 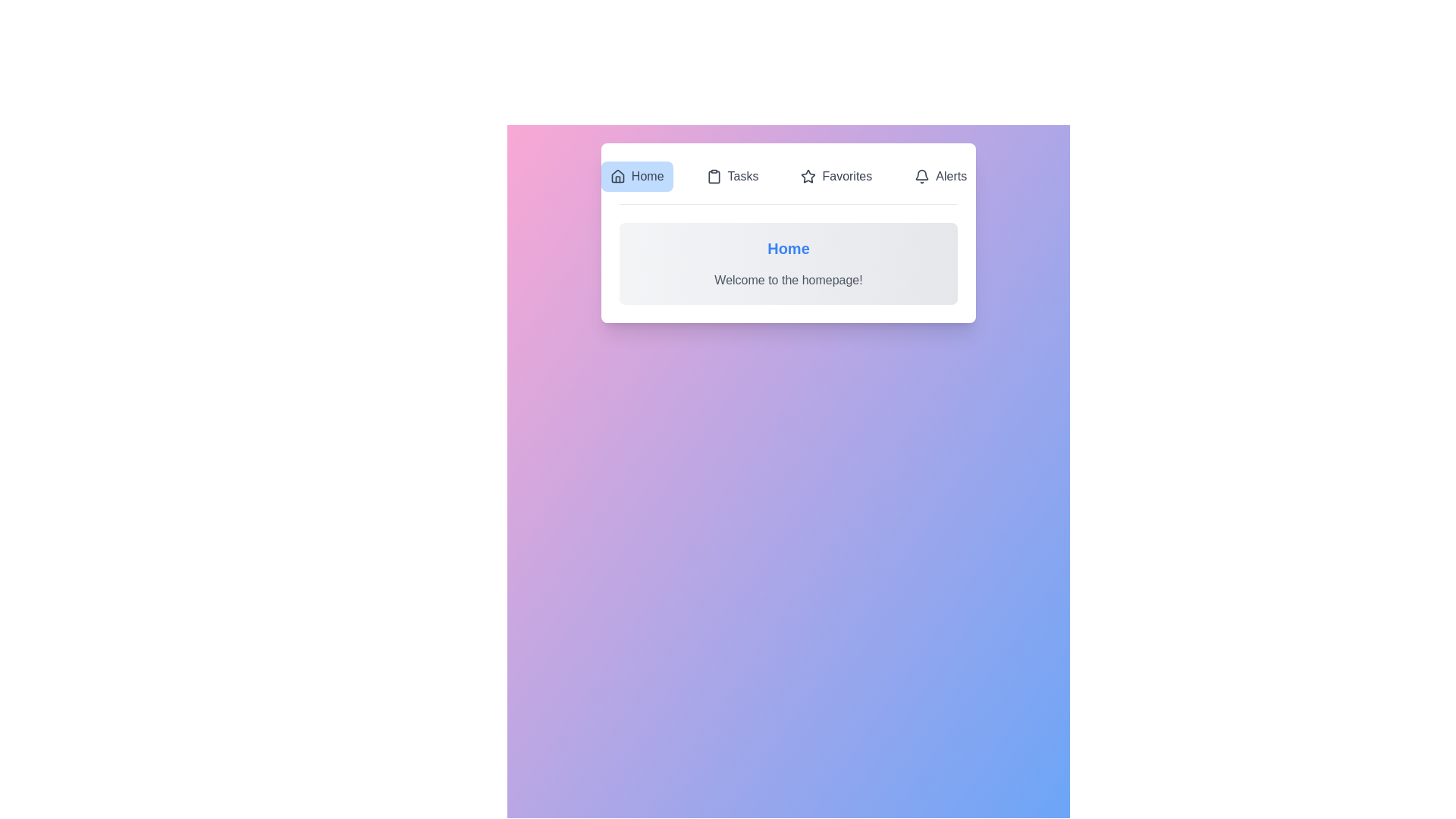 I want to click on the tab labeled Home to view its content, so click(x=637, y=175).